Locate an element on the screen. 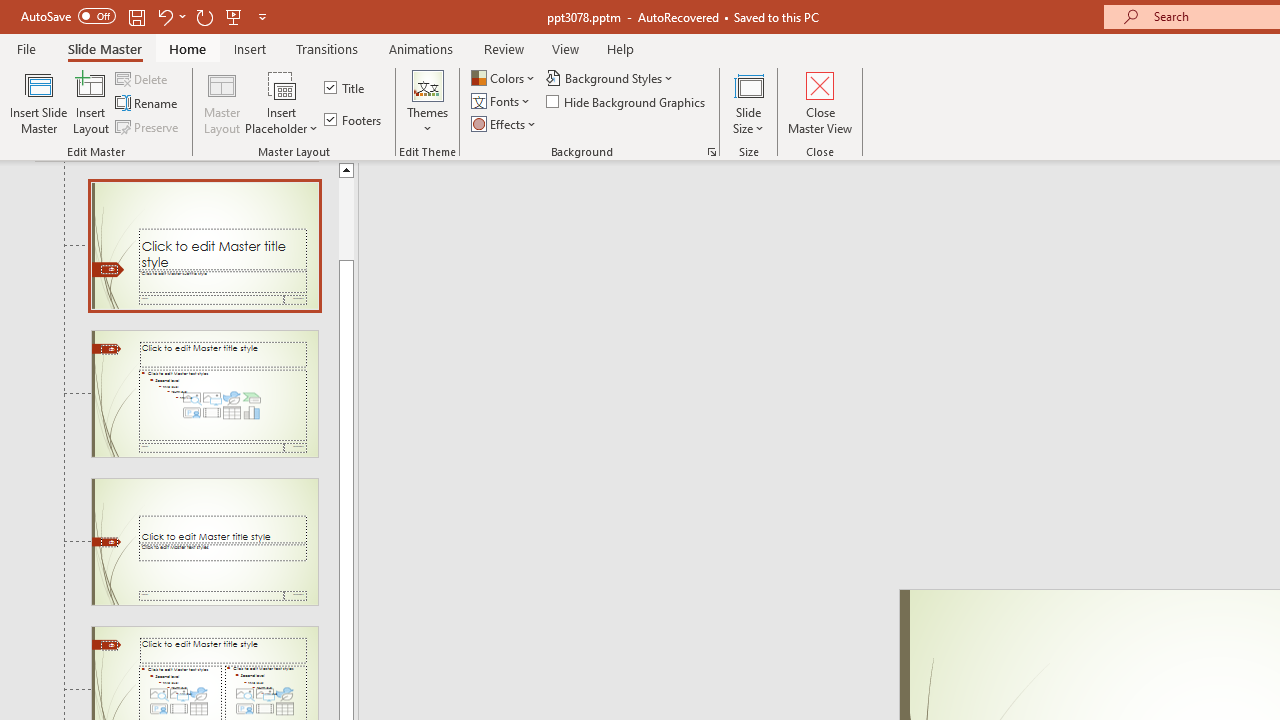 Image resolution: width=1280 pixels, height=720 pixels. 'Themes' is located at coordinates (426, 103).